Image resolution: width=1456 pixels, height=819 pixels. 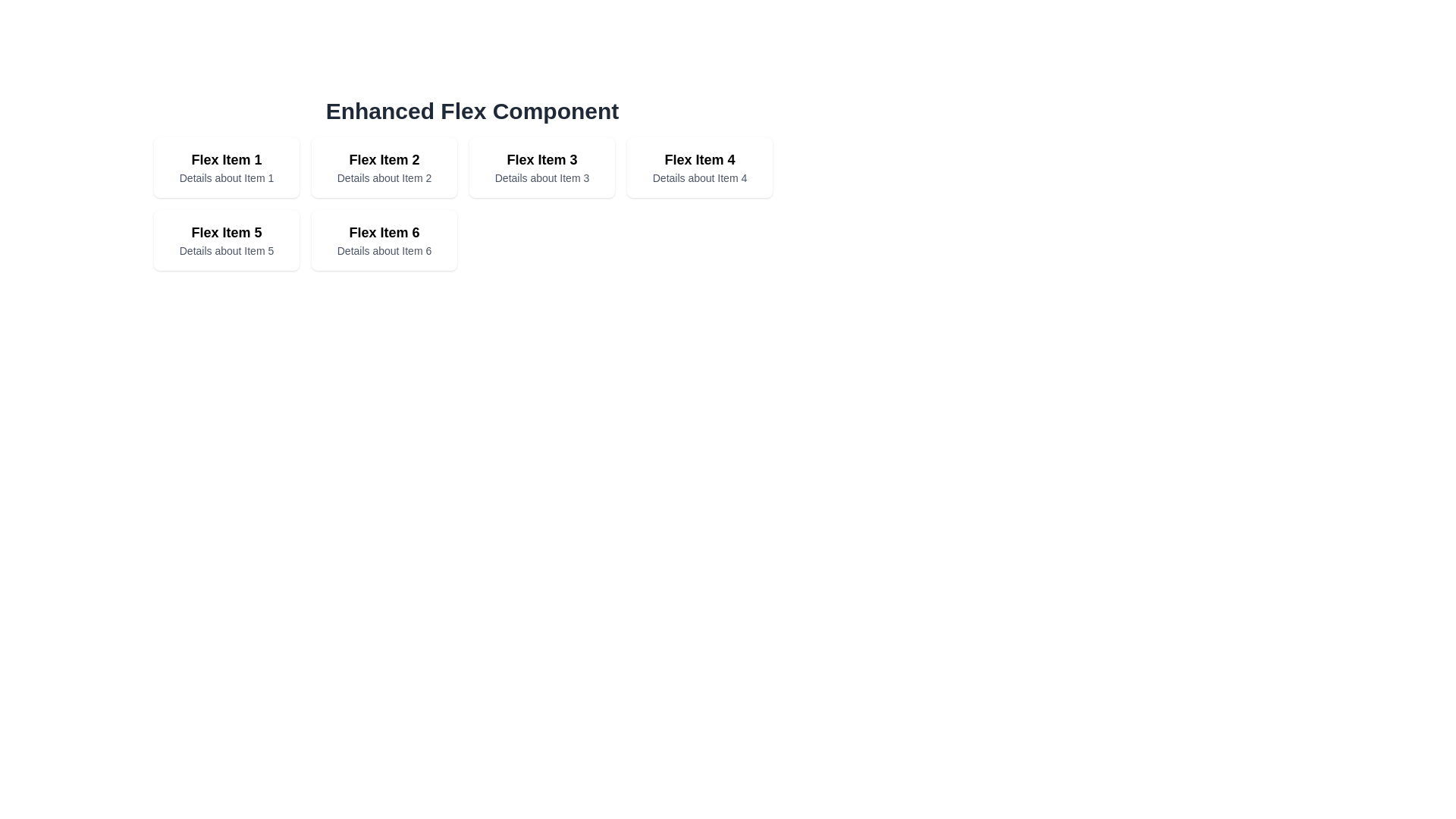 I want to click on the Text Label located in the top row, third column of the grid, which serves to identify an item and acts as a header or title, so click(x=542, y=160).